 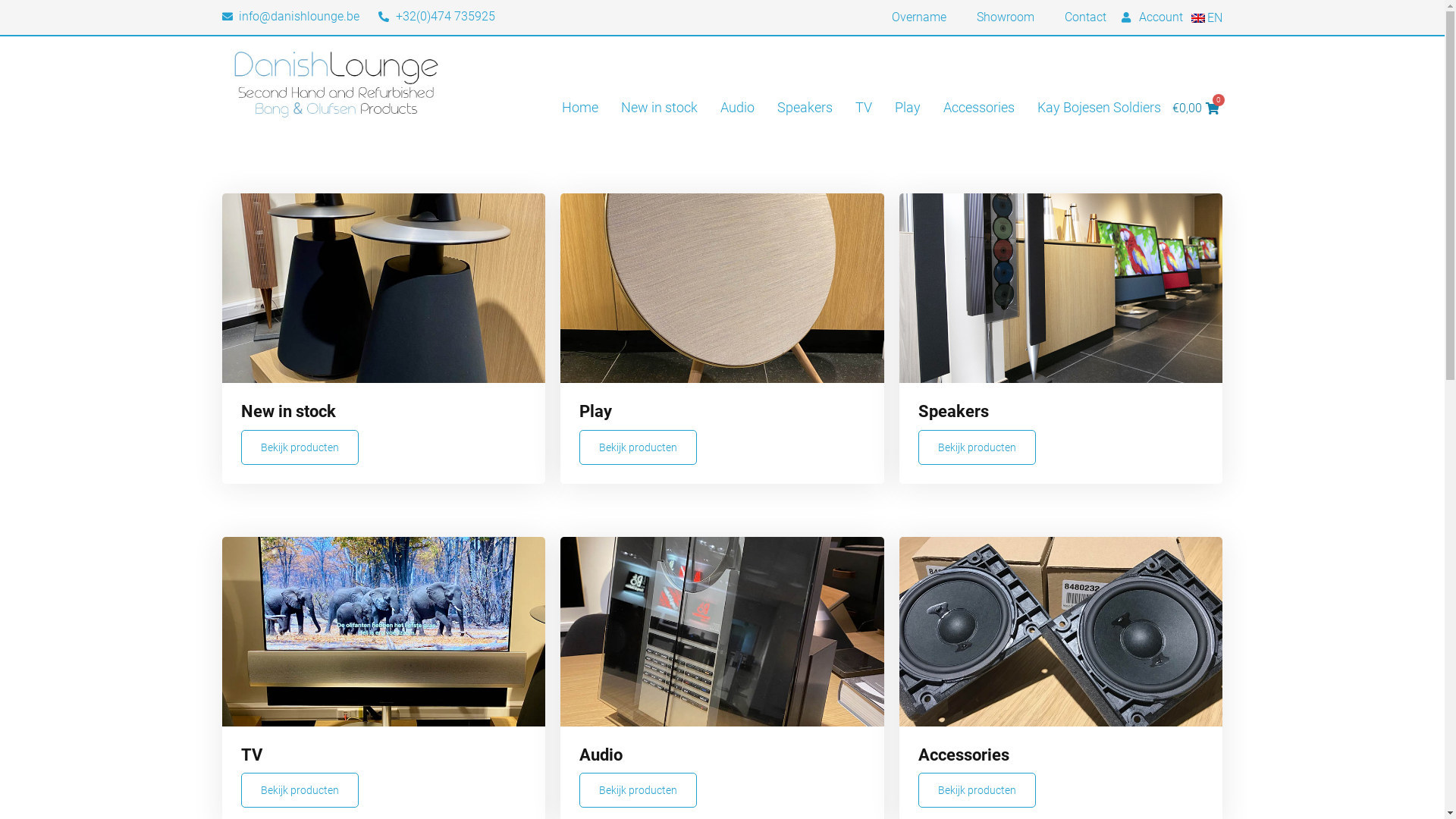 I want to click on 'Kay Bojesen Soldiers', so click(x=1099, y=107).